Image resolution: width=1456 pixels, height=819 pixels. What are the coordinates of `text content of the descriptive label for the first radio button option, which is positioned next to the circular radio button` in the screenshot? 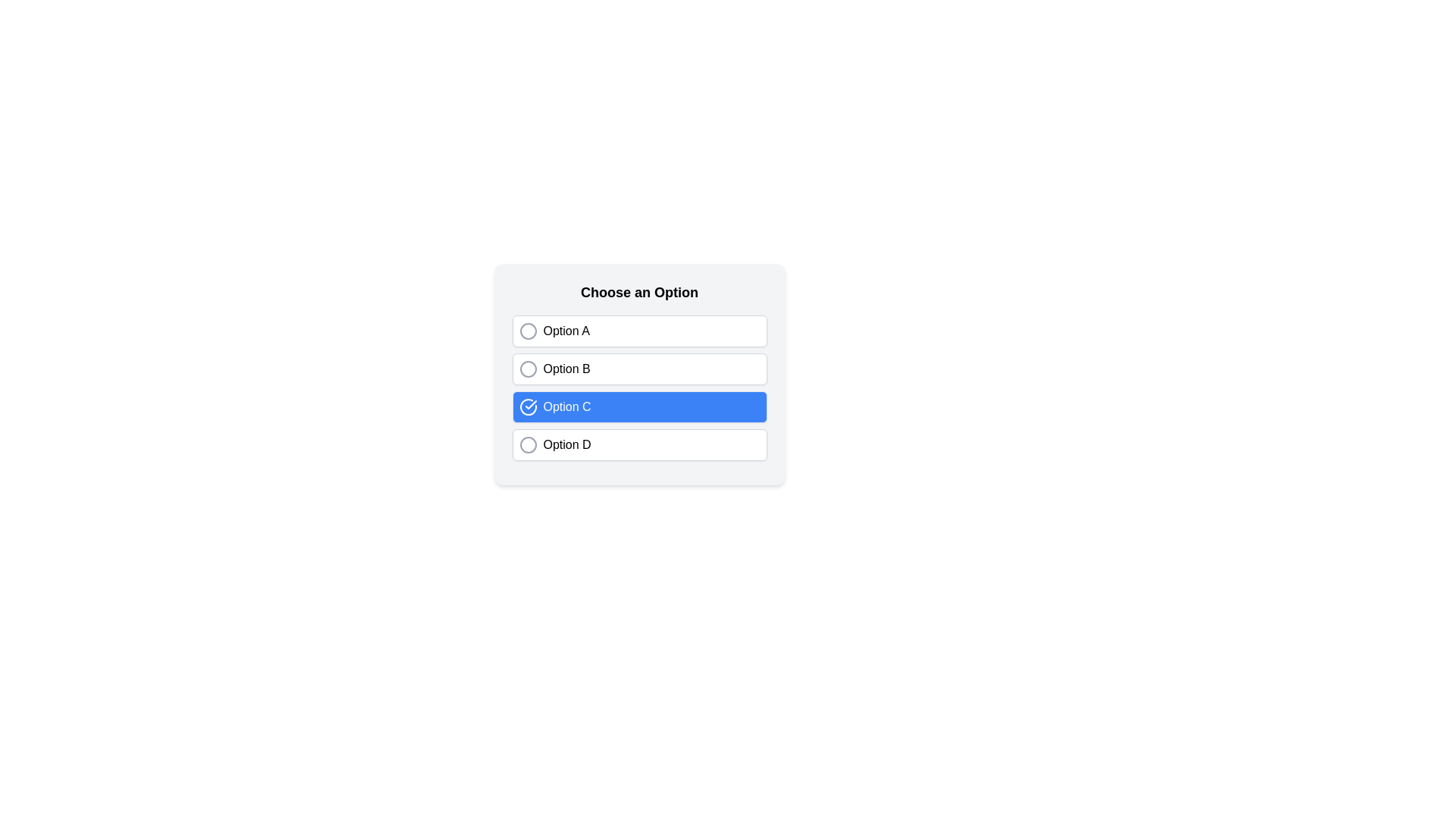 It's located at (566, 330).